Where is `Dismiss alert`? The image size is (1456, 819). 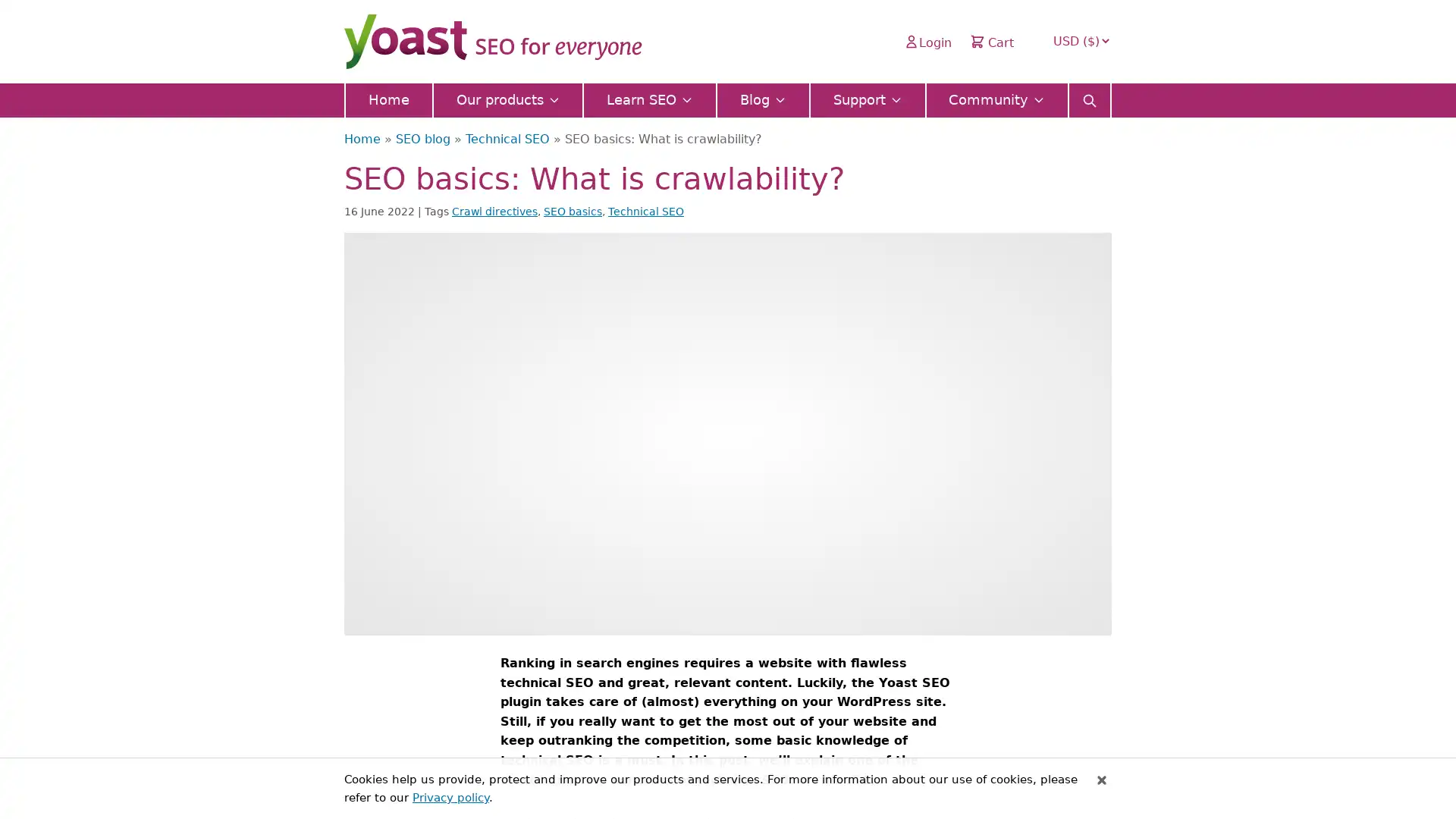
Dismiss alert is located at coordinates (1102, 780).